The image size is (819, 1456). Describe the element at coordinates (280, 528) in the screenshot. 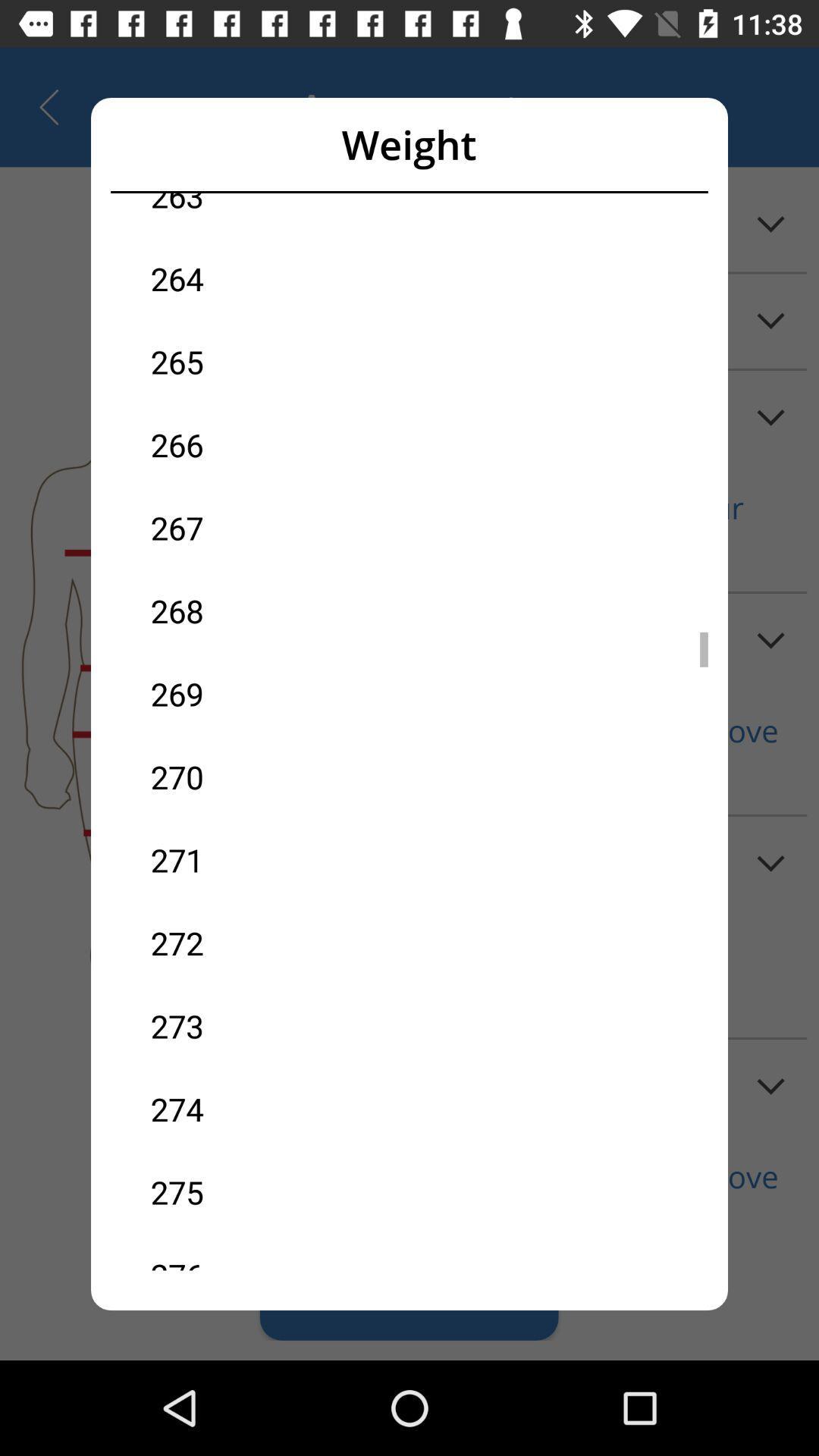

I see `item below 266 item` at that location.